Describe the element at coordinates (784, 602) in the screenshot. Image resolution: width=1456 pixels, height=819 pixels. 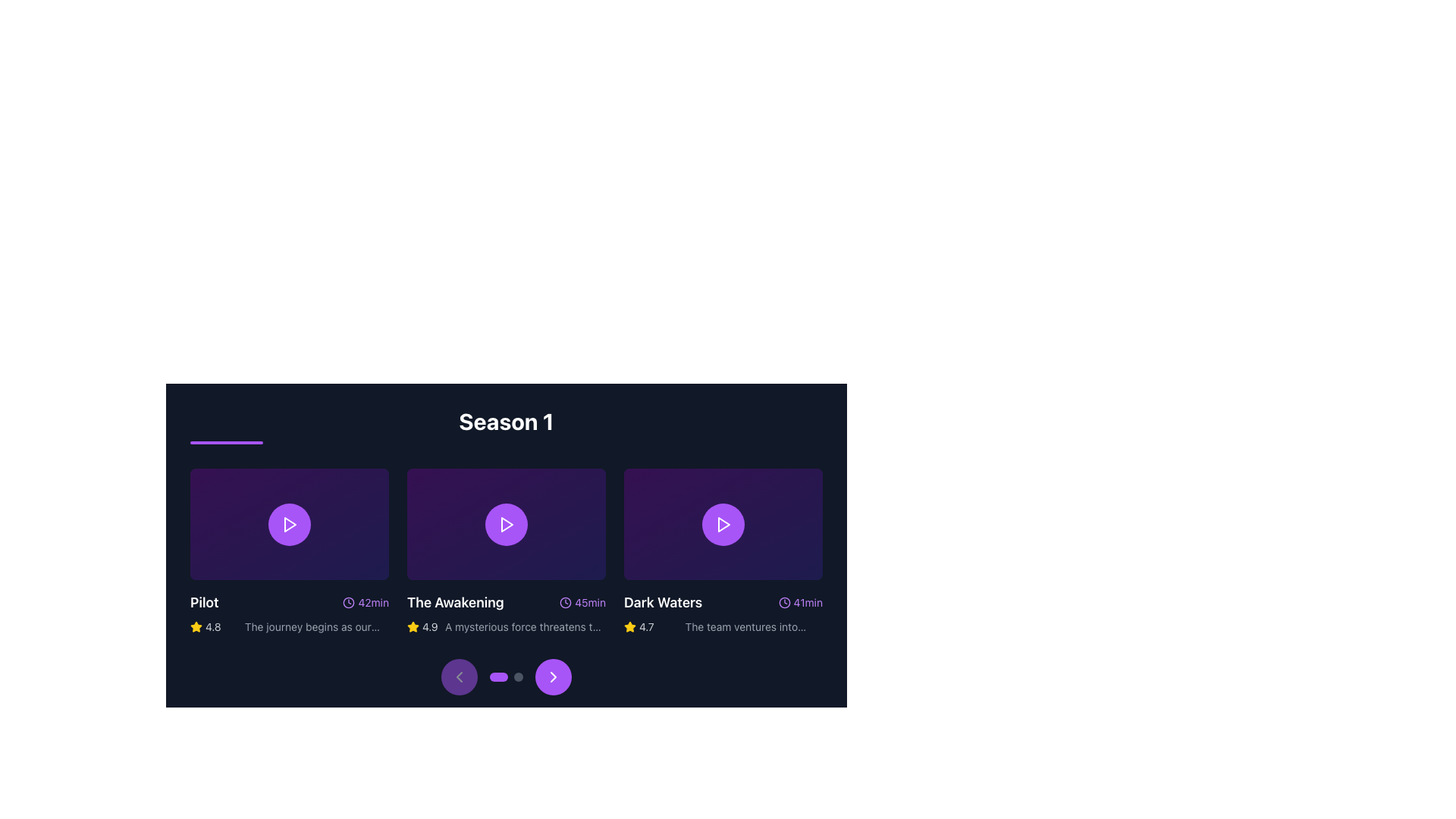
I see `the clock icon, which is a minimalist design with two hands pointing inward, located to the left of the text '41min' under the 'Dark Waters' section` at that location.